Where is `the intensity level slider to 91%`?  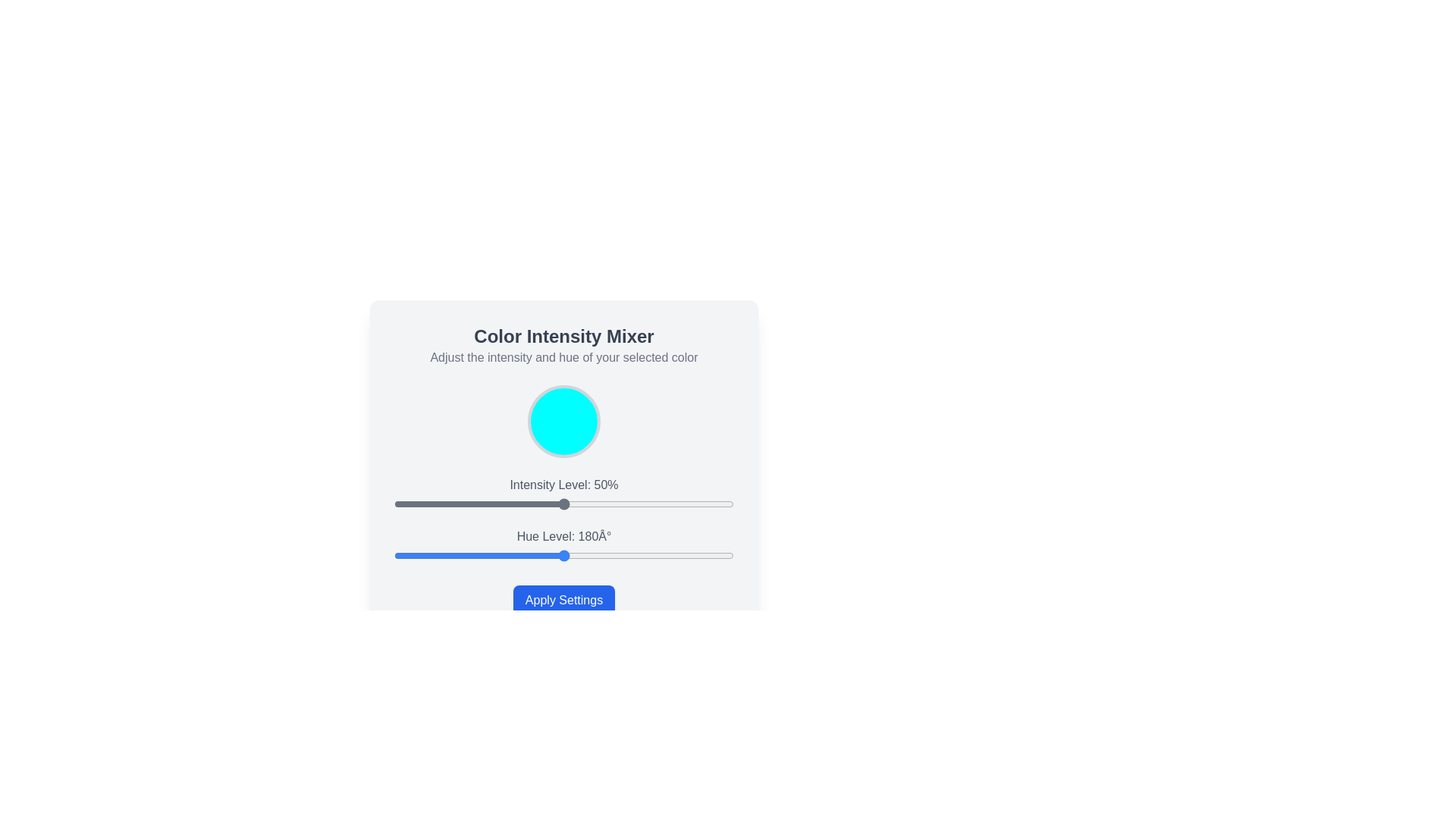
the intensity level slider to 91% is located at coordinates (702, 504).